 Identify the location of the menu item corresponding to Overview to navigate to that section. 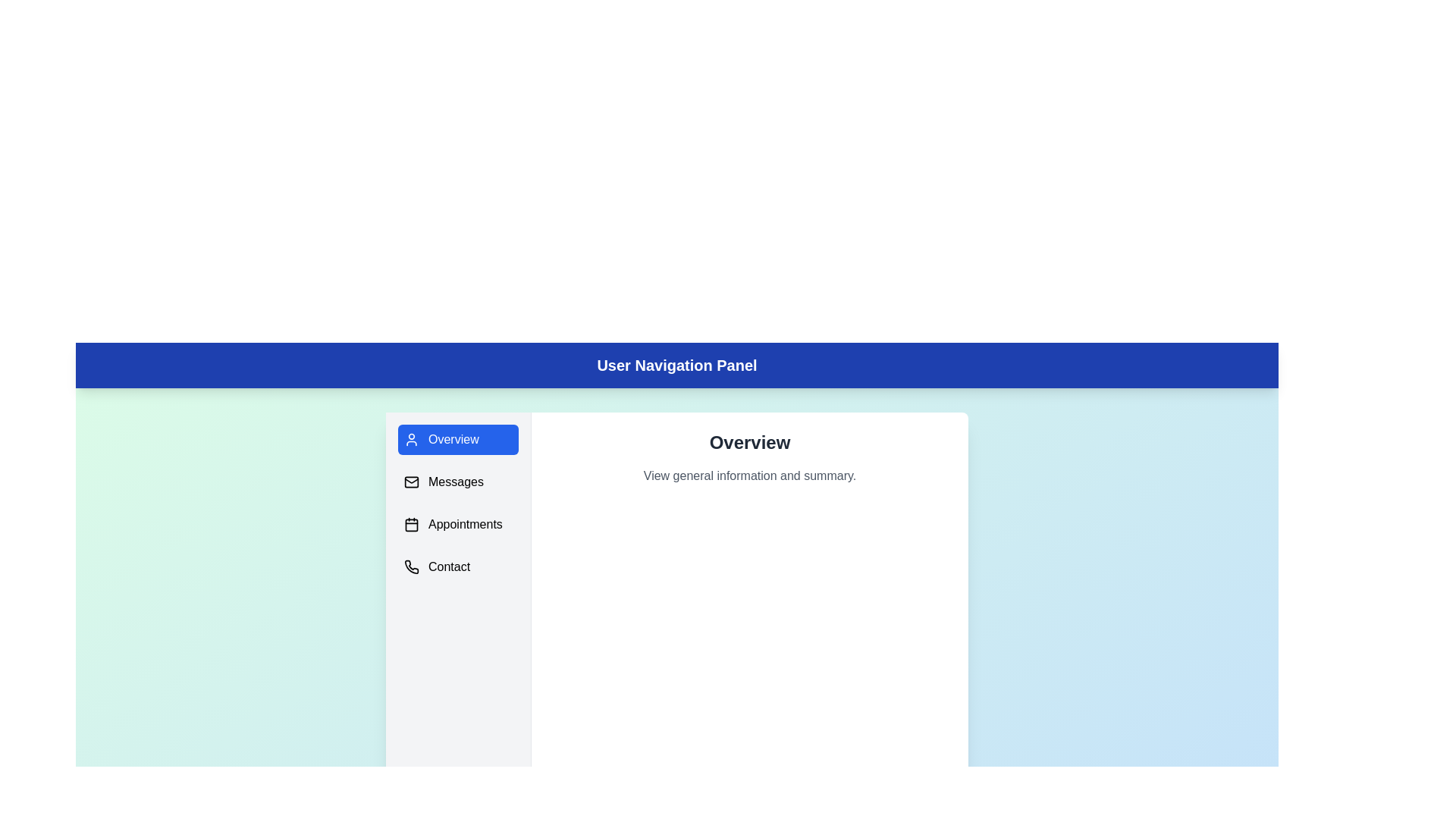
(457, 439).